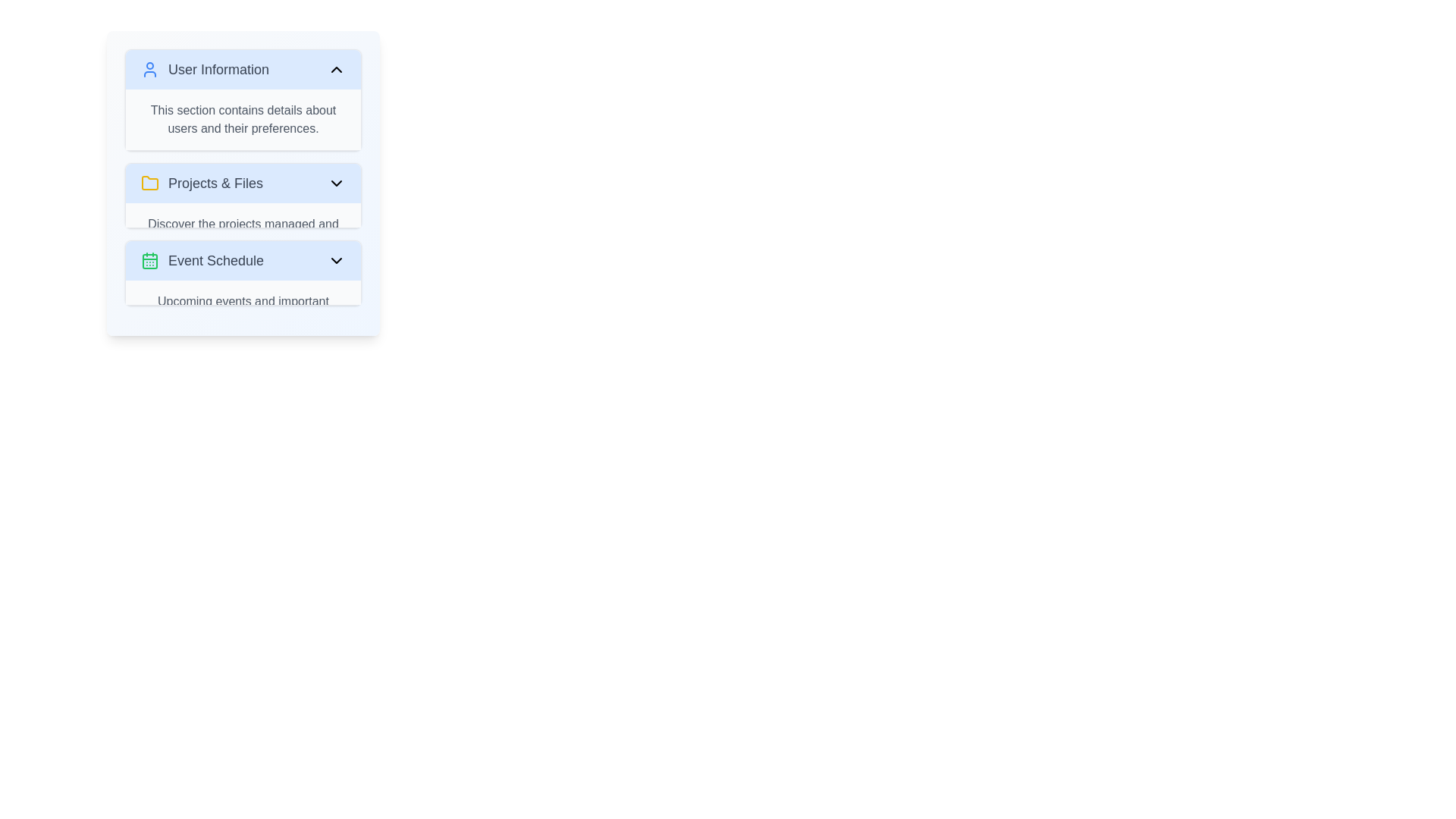  I want to click on the rectangular button with a light blue background labeled 'Projects & Files', so click(243, 183).